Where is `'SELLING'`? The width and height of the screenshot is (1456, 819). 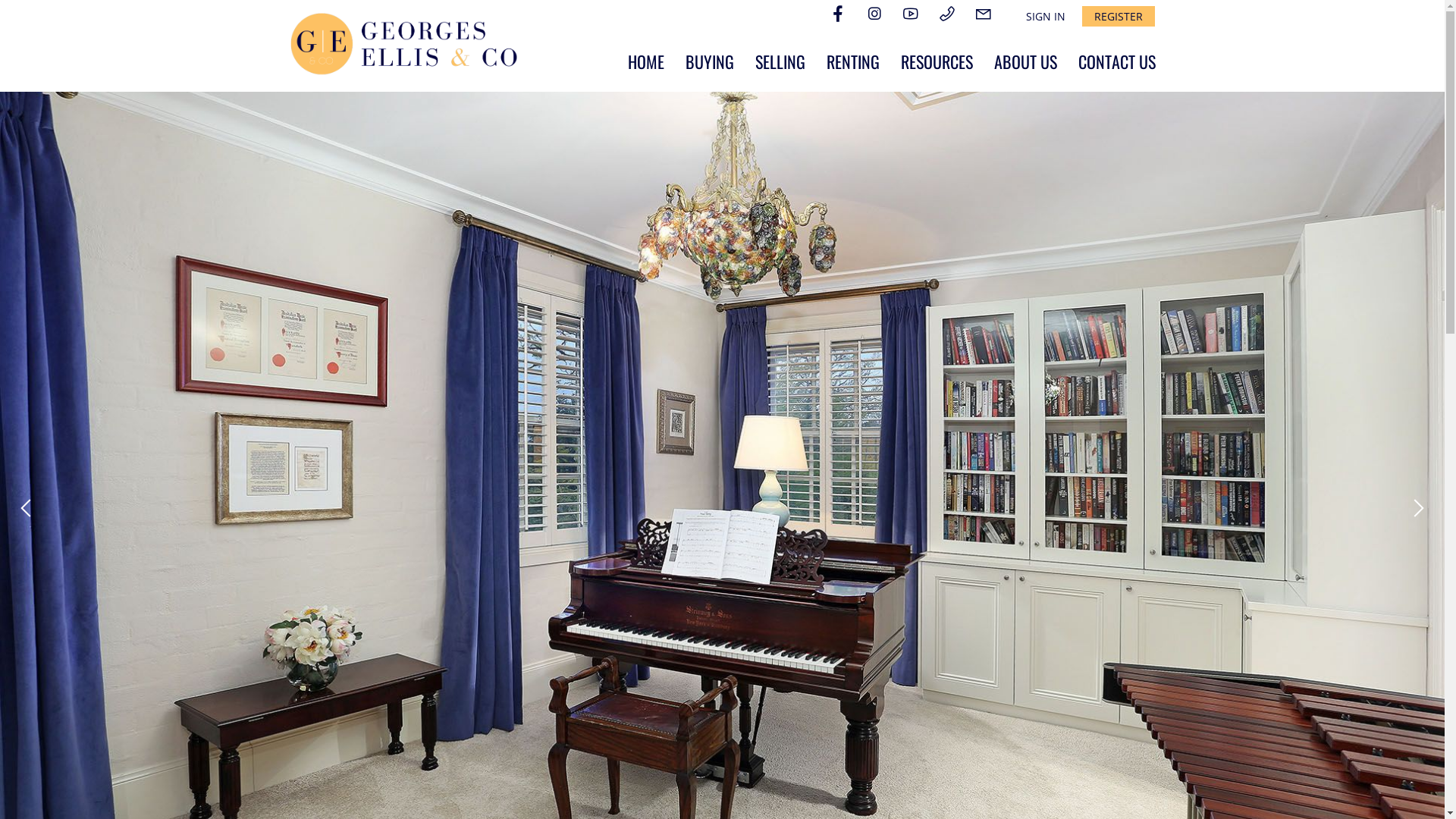
'SELLING' is located at coordinates (780, 61).